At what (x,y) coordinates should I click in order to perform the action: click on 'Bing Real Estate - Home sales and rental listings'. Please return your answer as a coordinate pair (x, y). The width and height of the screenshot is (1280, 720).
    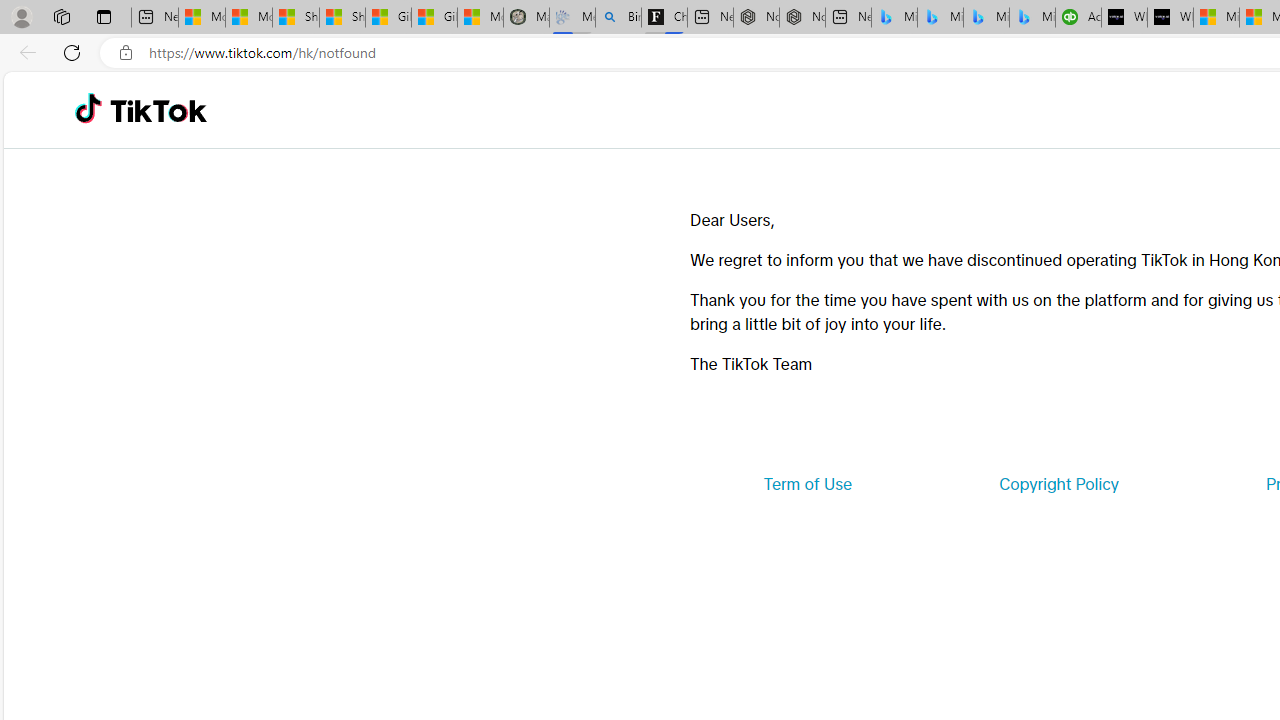
    Looking at the image, I should click on (617, 17).